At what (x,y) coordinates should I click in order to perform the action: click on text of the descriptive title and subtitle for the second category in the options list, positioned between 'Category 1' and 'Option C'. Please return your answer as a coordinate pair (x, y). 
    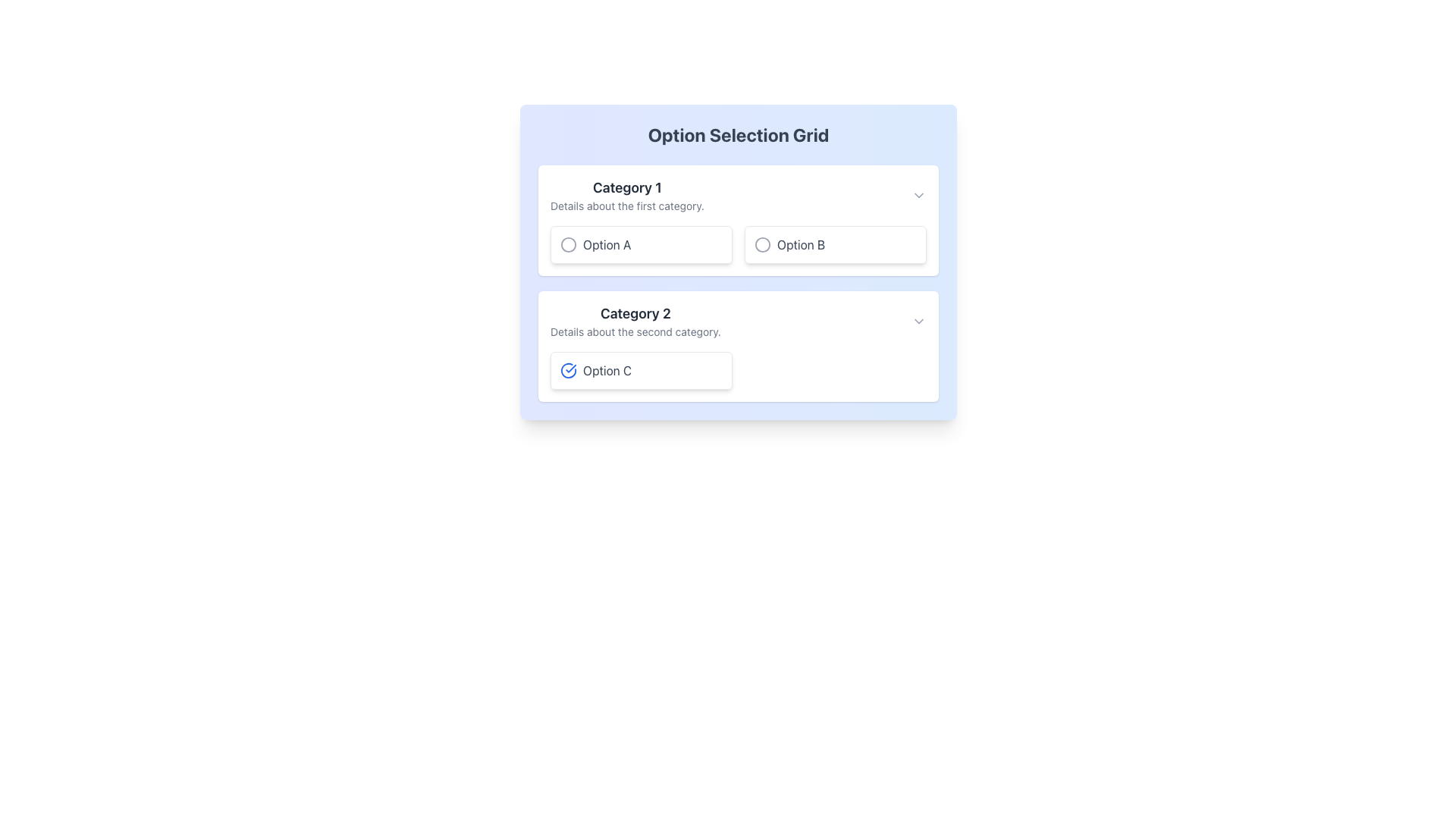
    Looking at the image, I should click on (635, 321).